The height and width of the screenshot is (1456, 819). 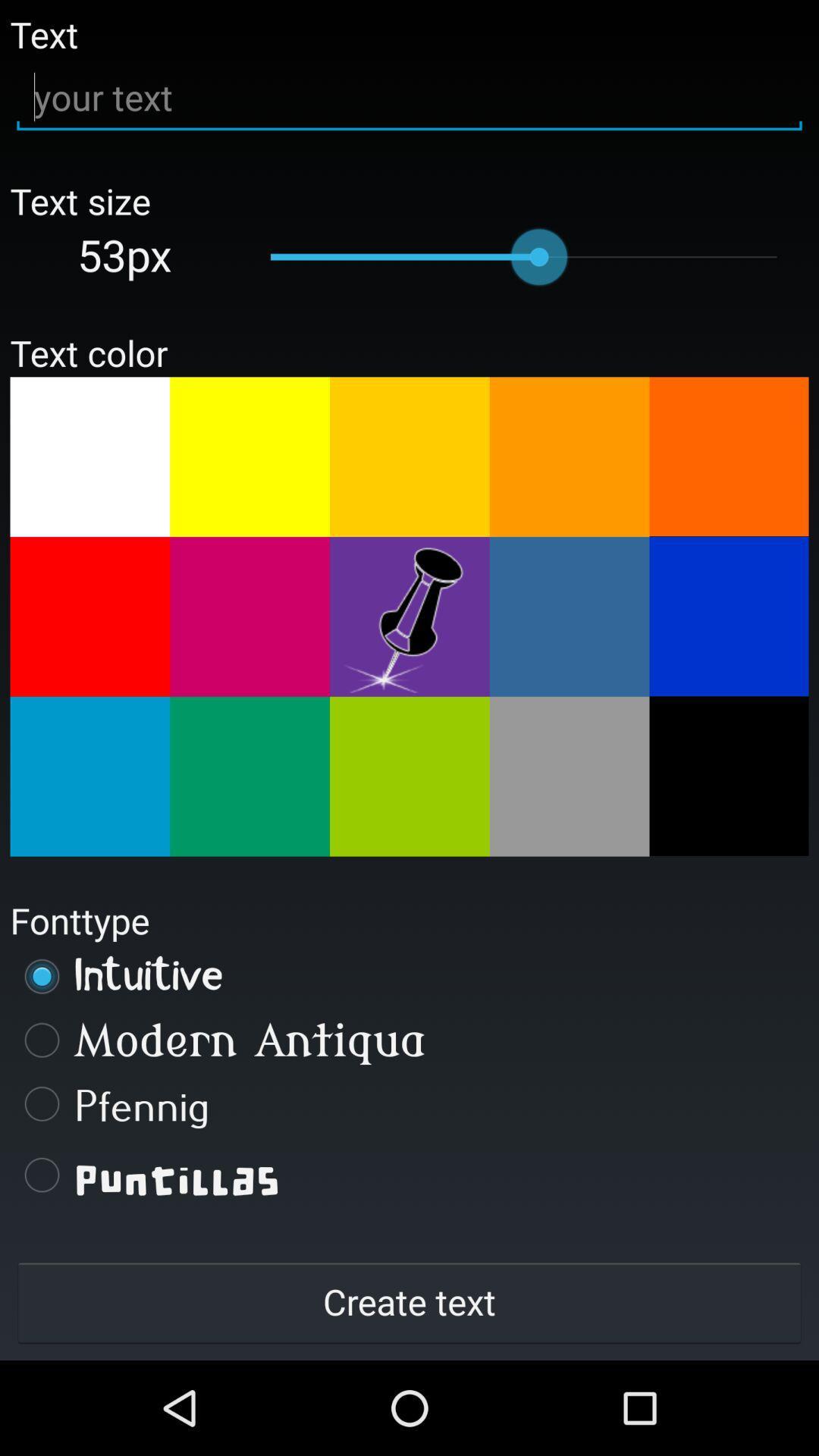 I want to click on the intuitive, so click(x=409, y=976).